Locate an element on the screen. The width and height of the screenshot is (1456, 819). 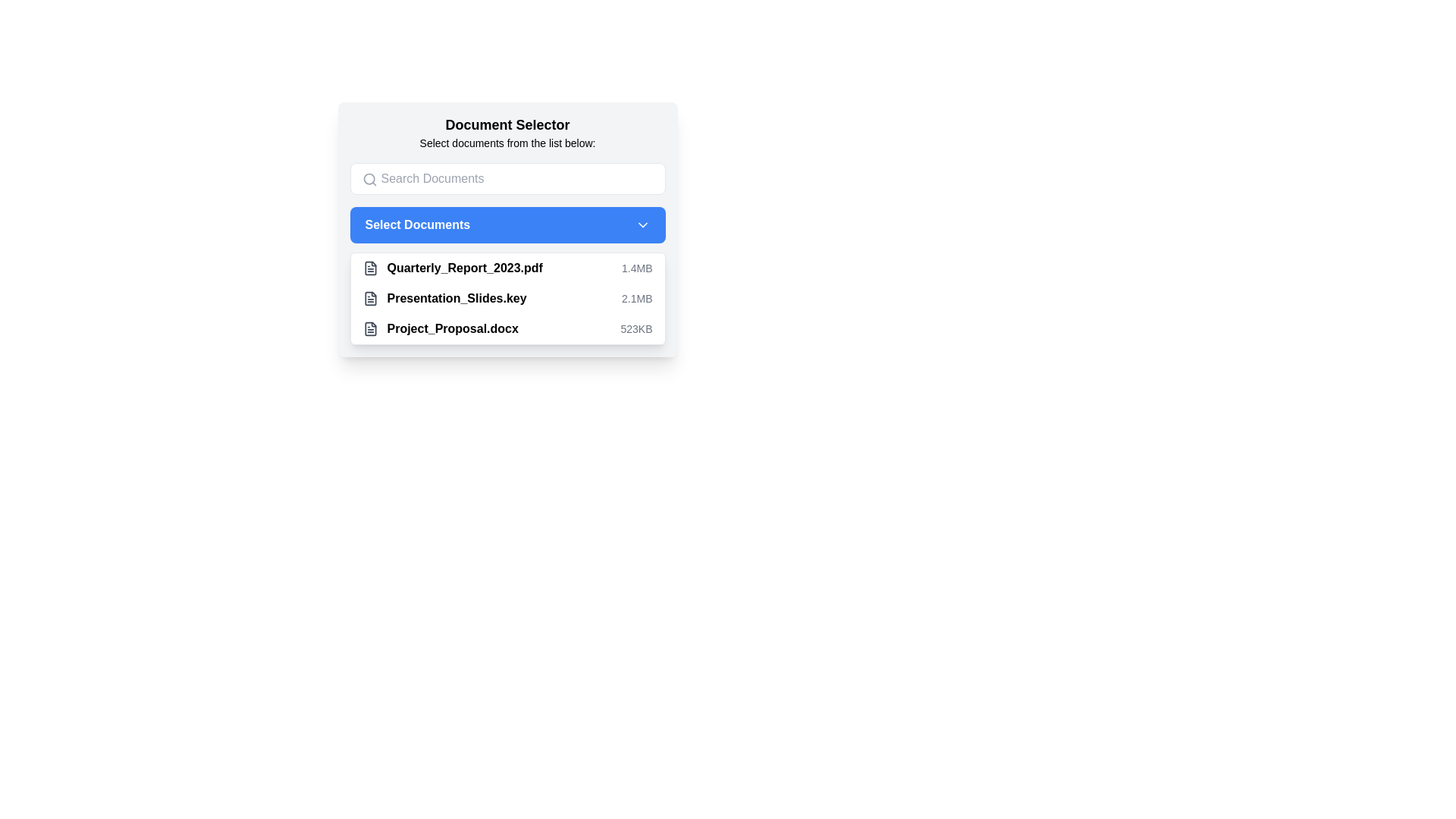
the dropdown button located in the 'Document Selector' interface is located at coordinates (507, 225).